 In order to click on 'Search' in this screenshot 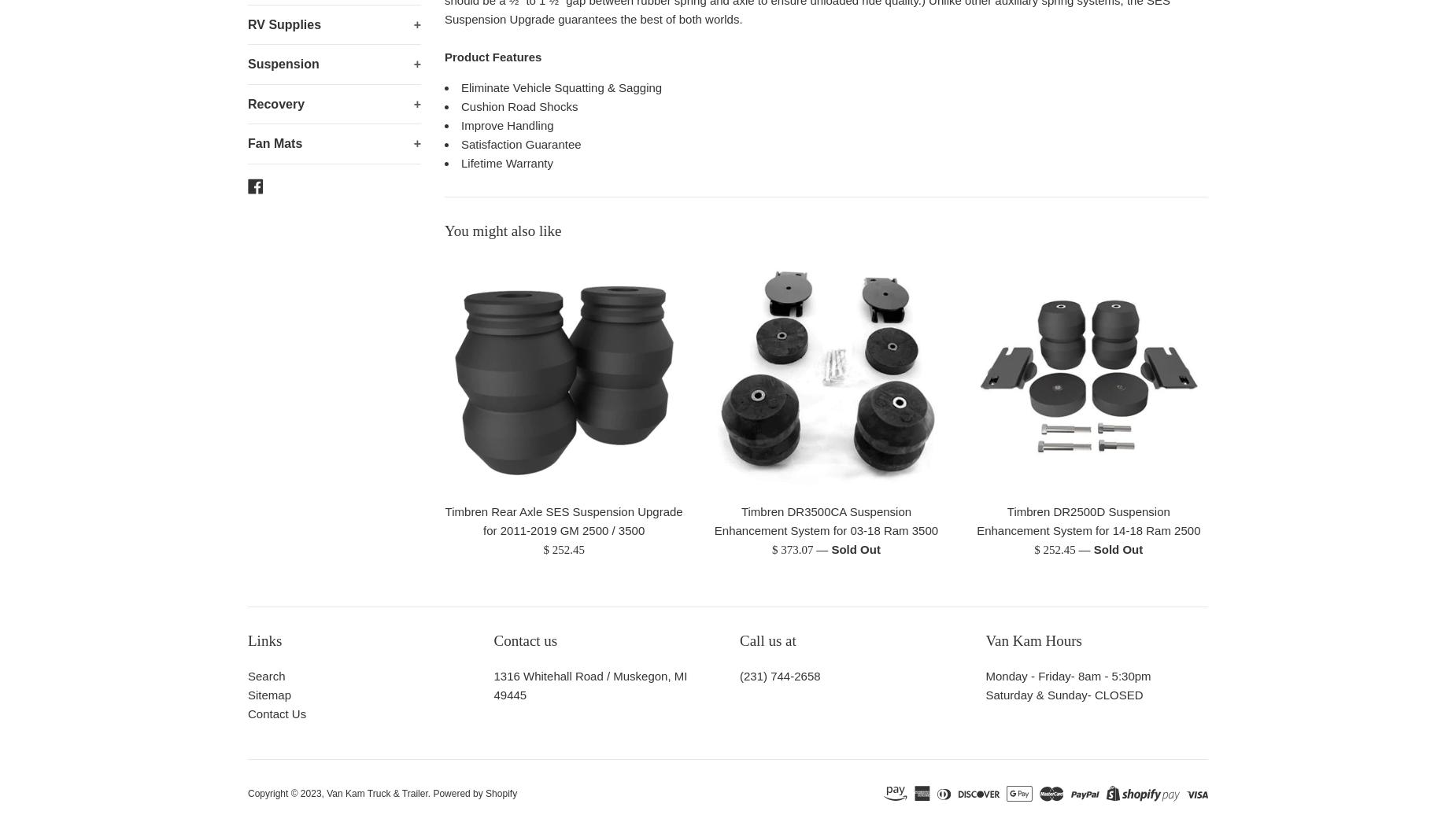, I will do `click(265, 676)`.